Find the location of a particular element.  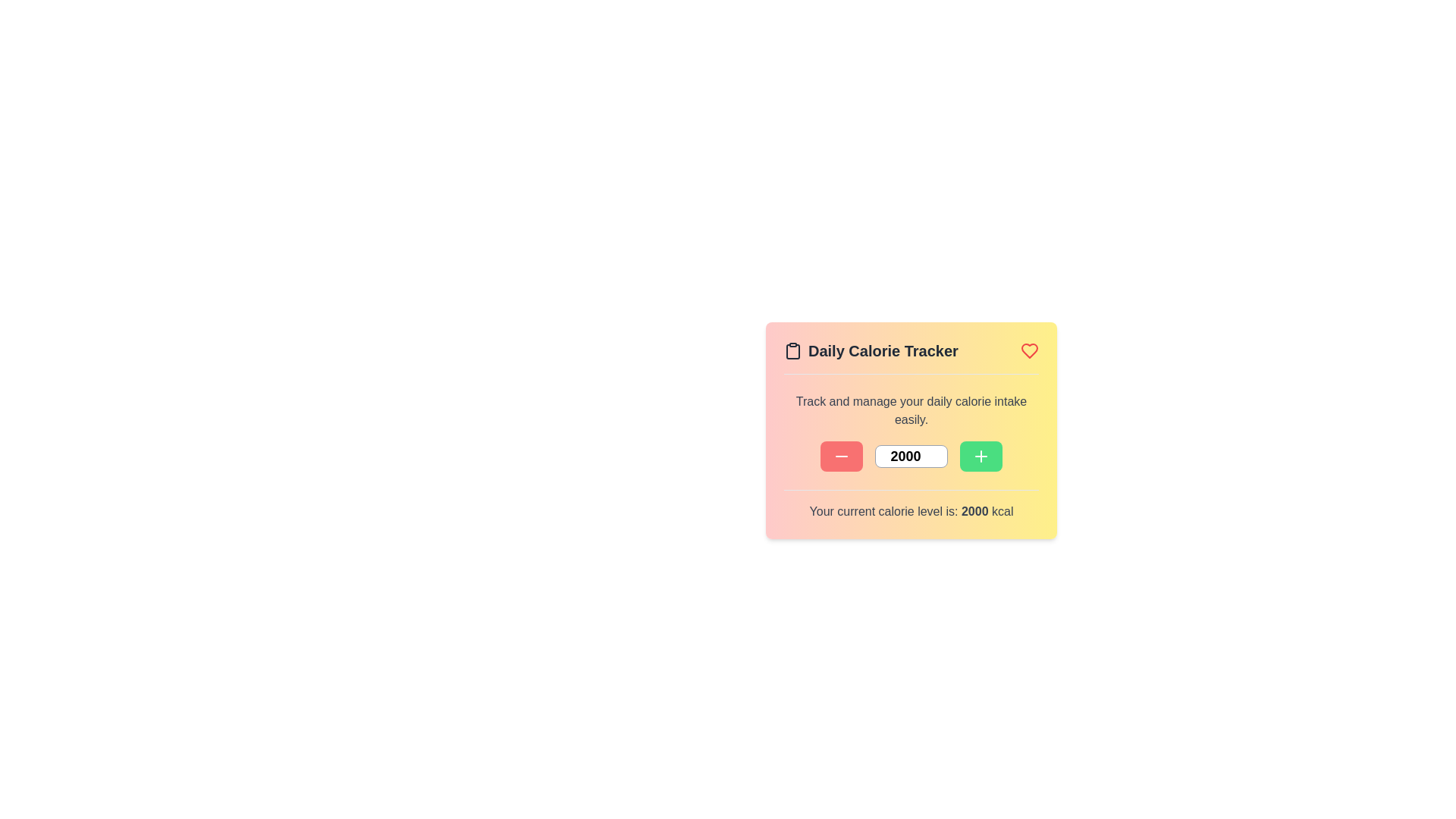

the Text Label that provides a description for the calorie tracker application, located beneath the 'Daily Calorie Tracker' header and above the control buttons is located at coordinates (910, 432).